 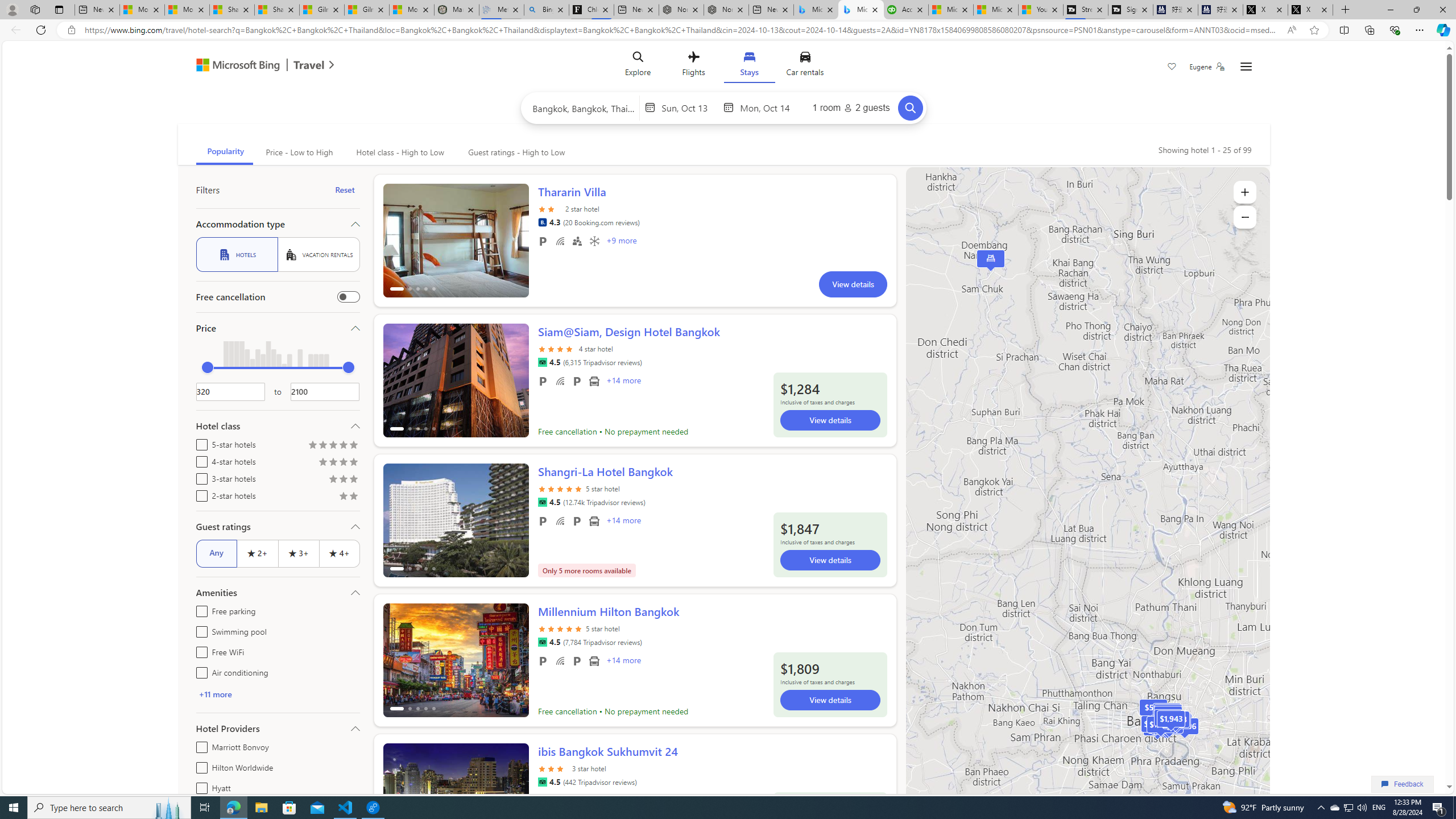 What do you see at coordinates (276, 592) in the screenshot?
I see `'Amenities'` at bounding box center [276, 592].